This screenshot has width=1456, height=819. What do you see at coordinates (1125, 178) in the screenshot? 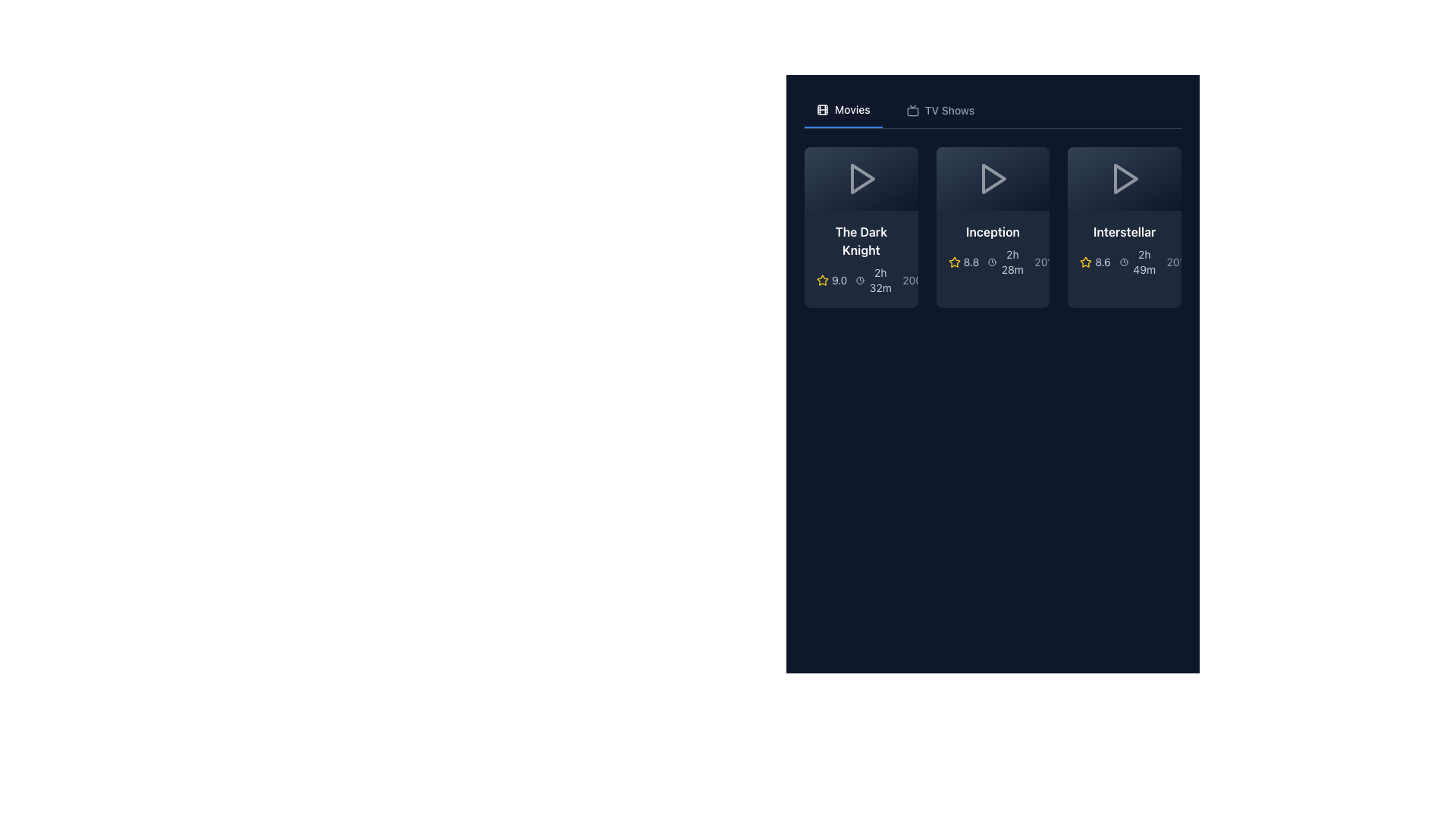
I see `the triangular-shaped play icon located in the top section of the 'Interstellar' card` at bounding box center [1125, 178].